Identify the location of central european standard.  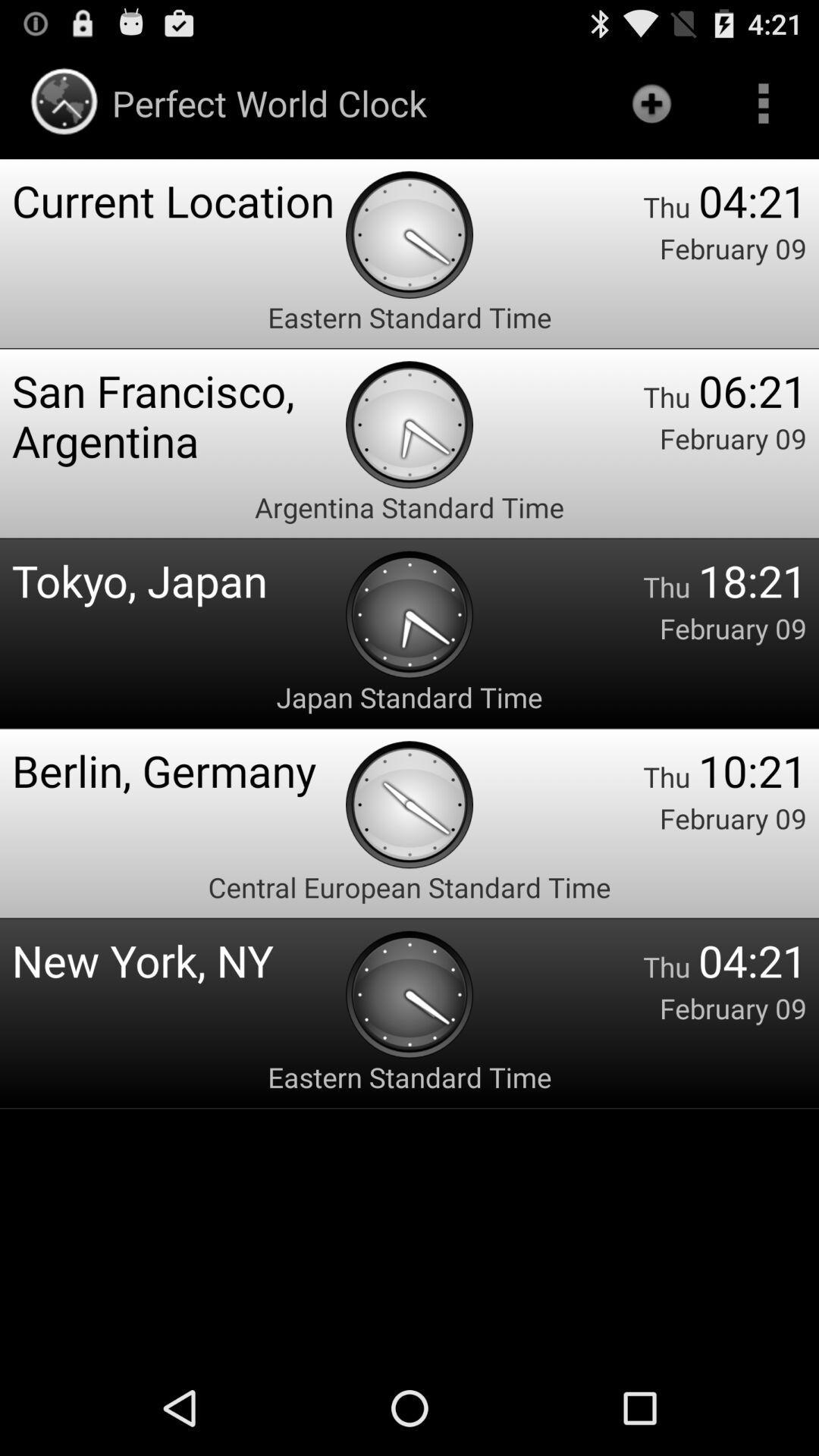
(409, 887).